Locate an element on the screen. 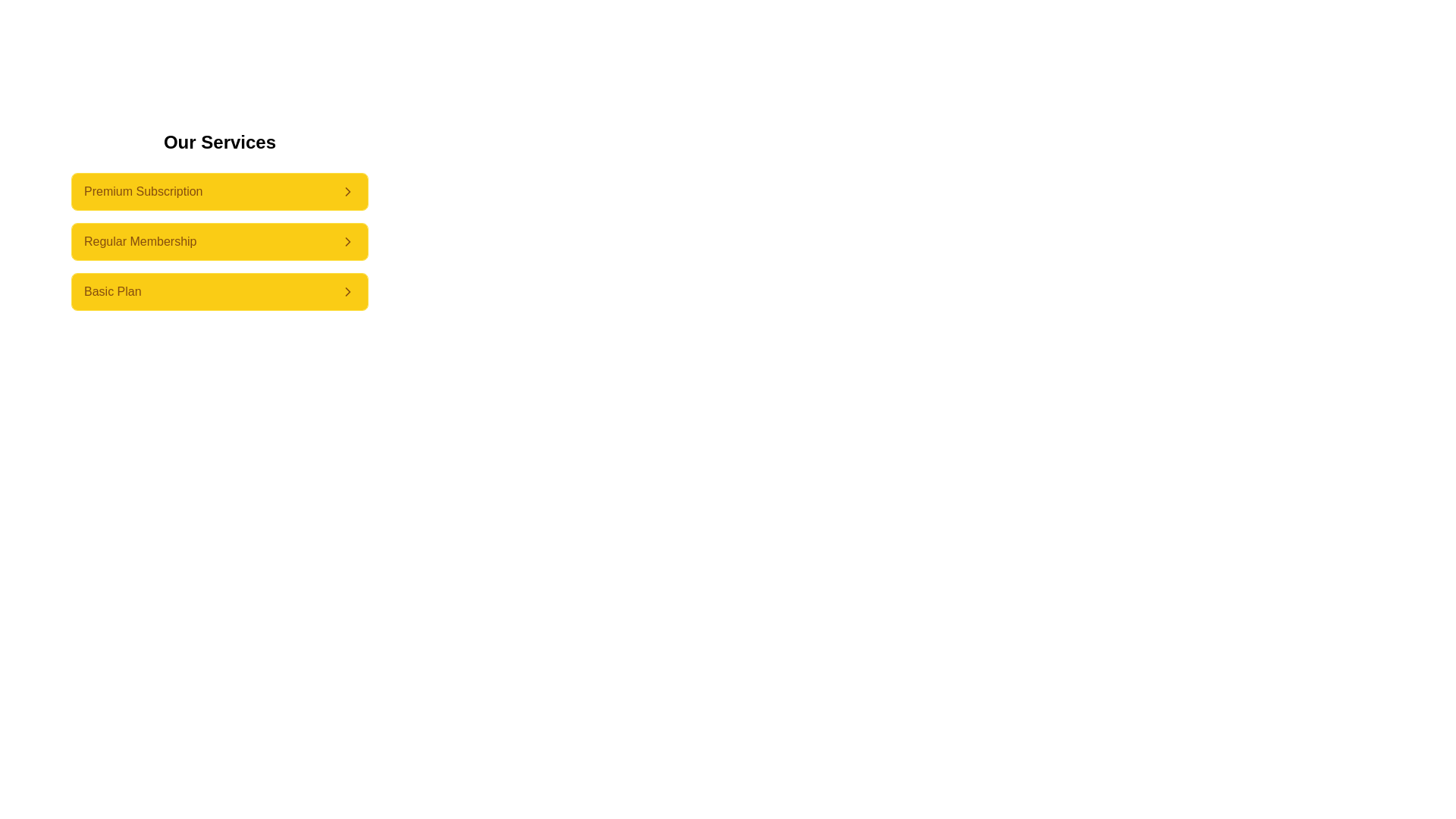  the right-pointing chevron icon located at the far right of the 'Premium Subscription' list item is located at coordinates (347, 191).